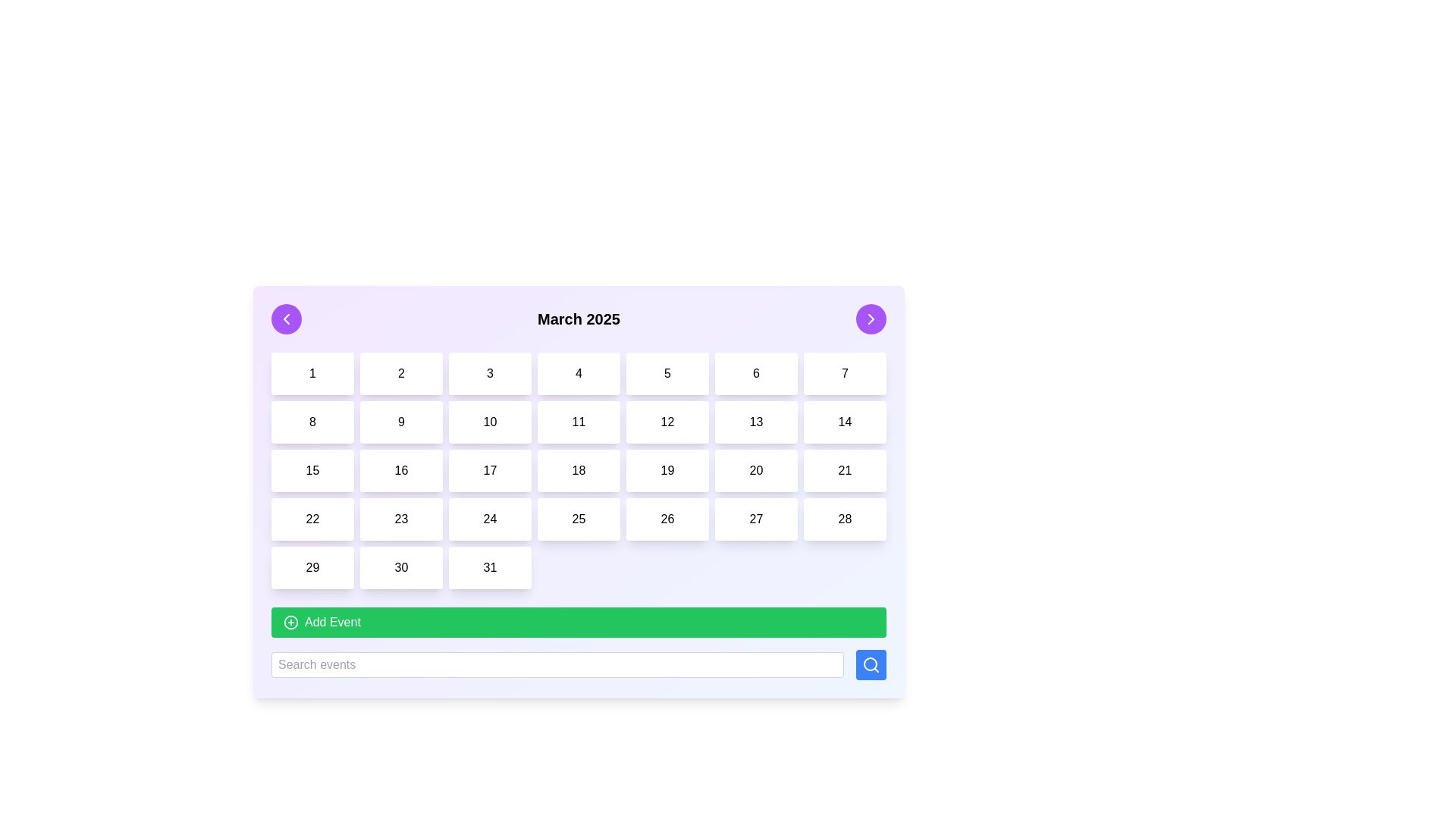 Image resolution: width=1456 pixels, height=819 pixels. I want to click on the button-like grid item containing the number '15', which is a rounded rectangular box with a white background and black text, so click(312, 470).